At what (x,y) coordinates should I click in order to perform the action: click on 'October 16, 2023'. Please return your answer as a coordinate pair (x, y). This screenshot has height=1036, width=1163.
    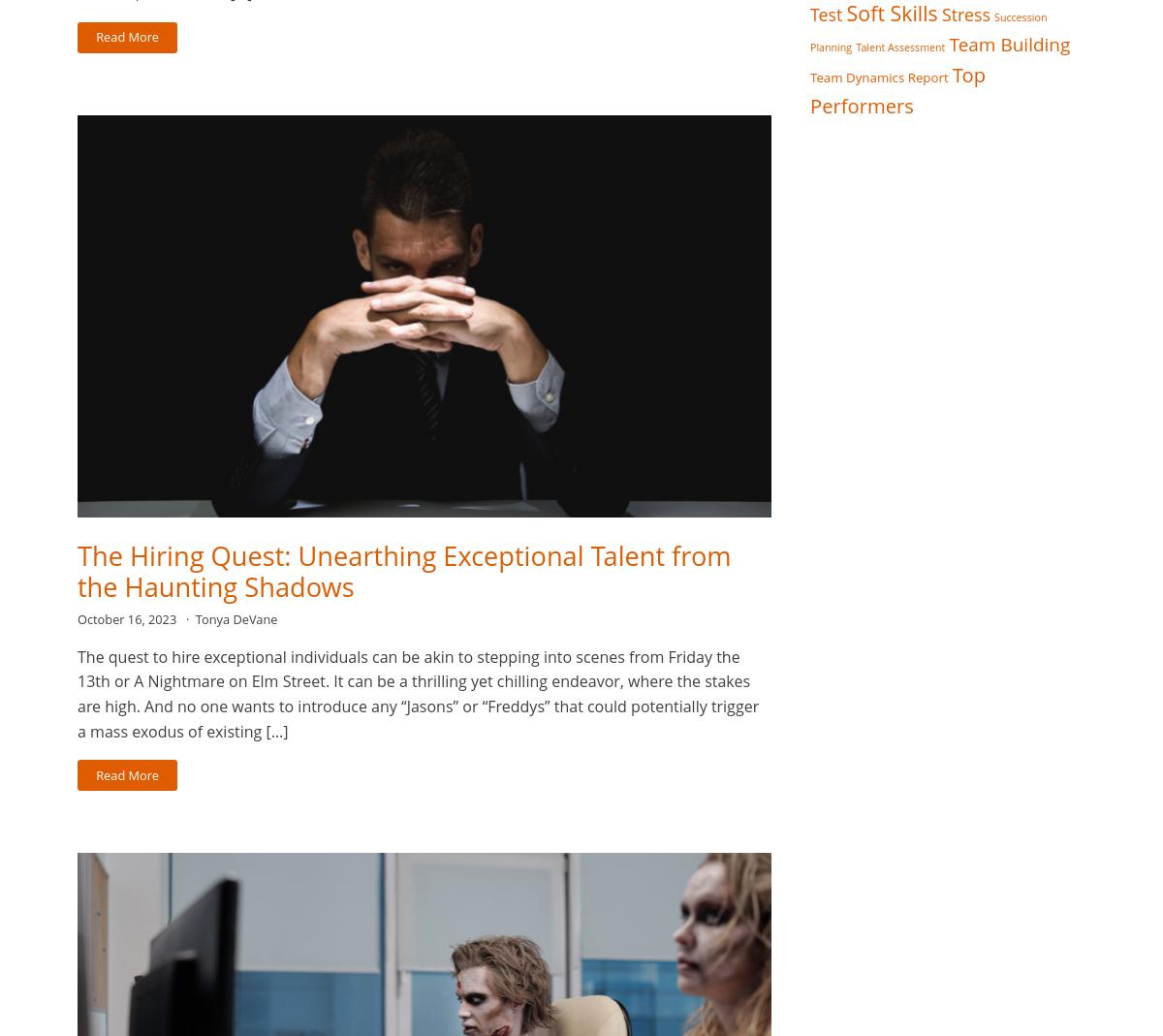
    Looking at the image, I should click on (128, 619).